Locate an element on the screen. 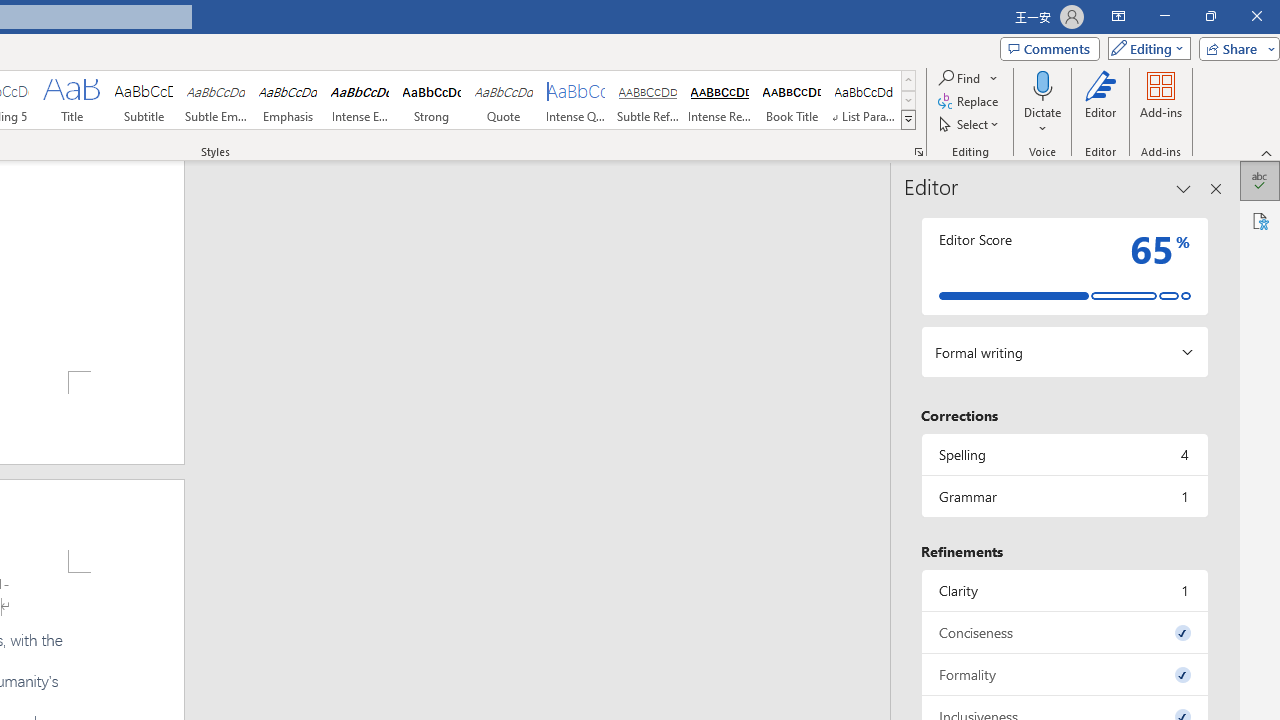  'Clarity, 1 issue. Press space or enter to review items.' is located at coordinates (1063, 589).